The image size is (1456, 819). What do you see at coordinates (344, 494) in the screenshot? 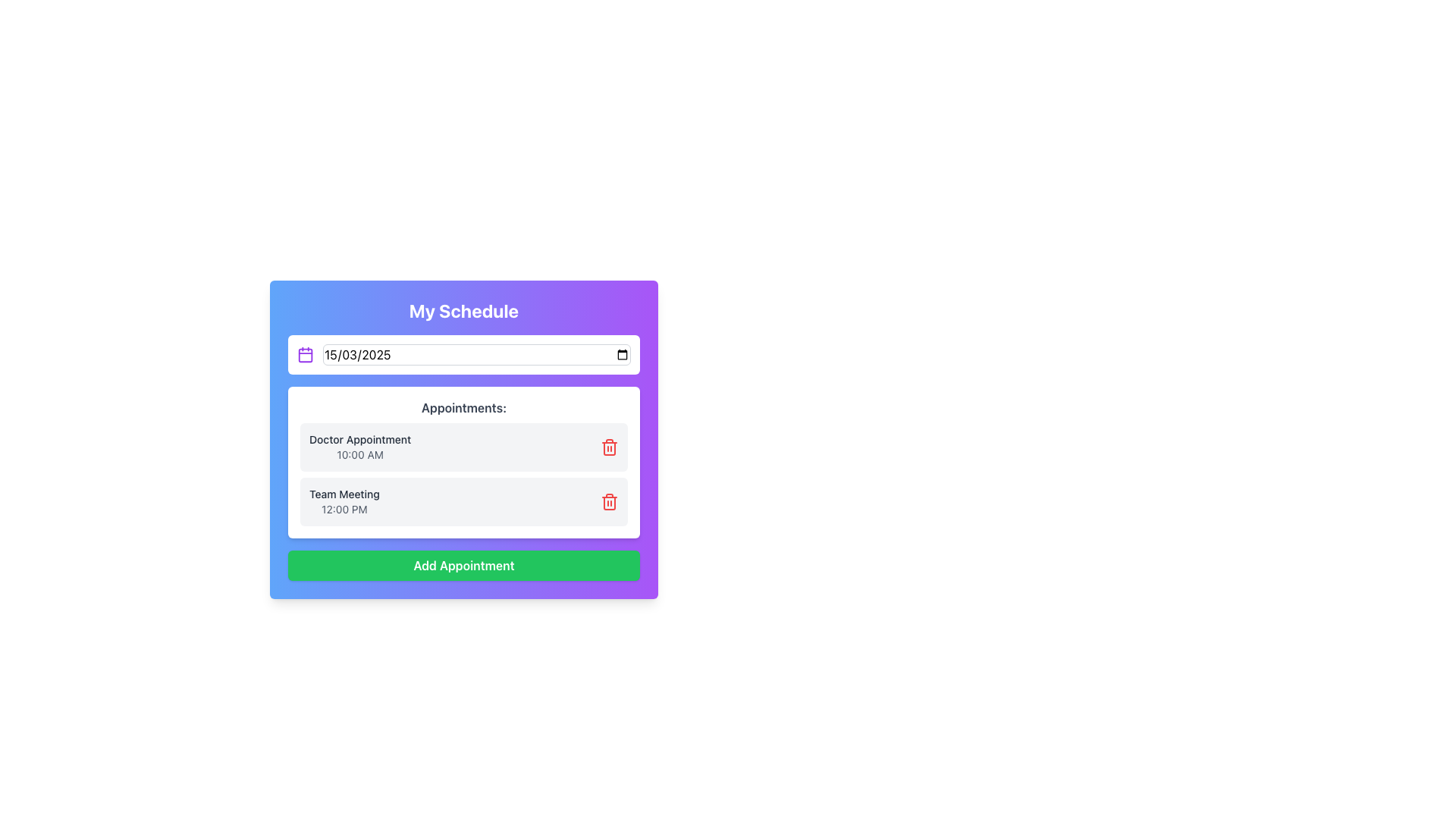
I see `the static text displaying 'Team Meeting' located above the text '12:00 PM' within the 'Appointments' section` at bounding box center [344, 494].